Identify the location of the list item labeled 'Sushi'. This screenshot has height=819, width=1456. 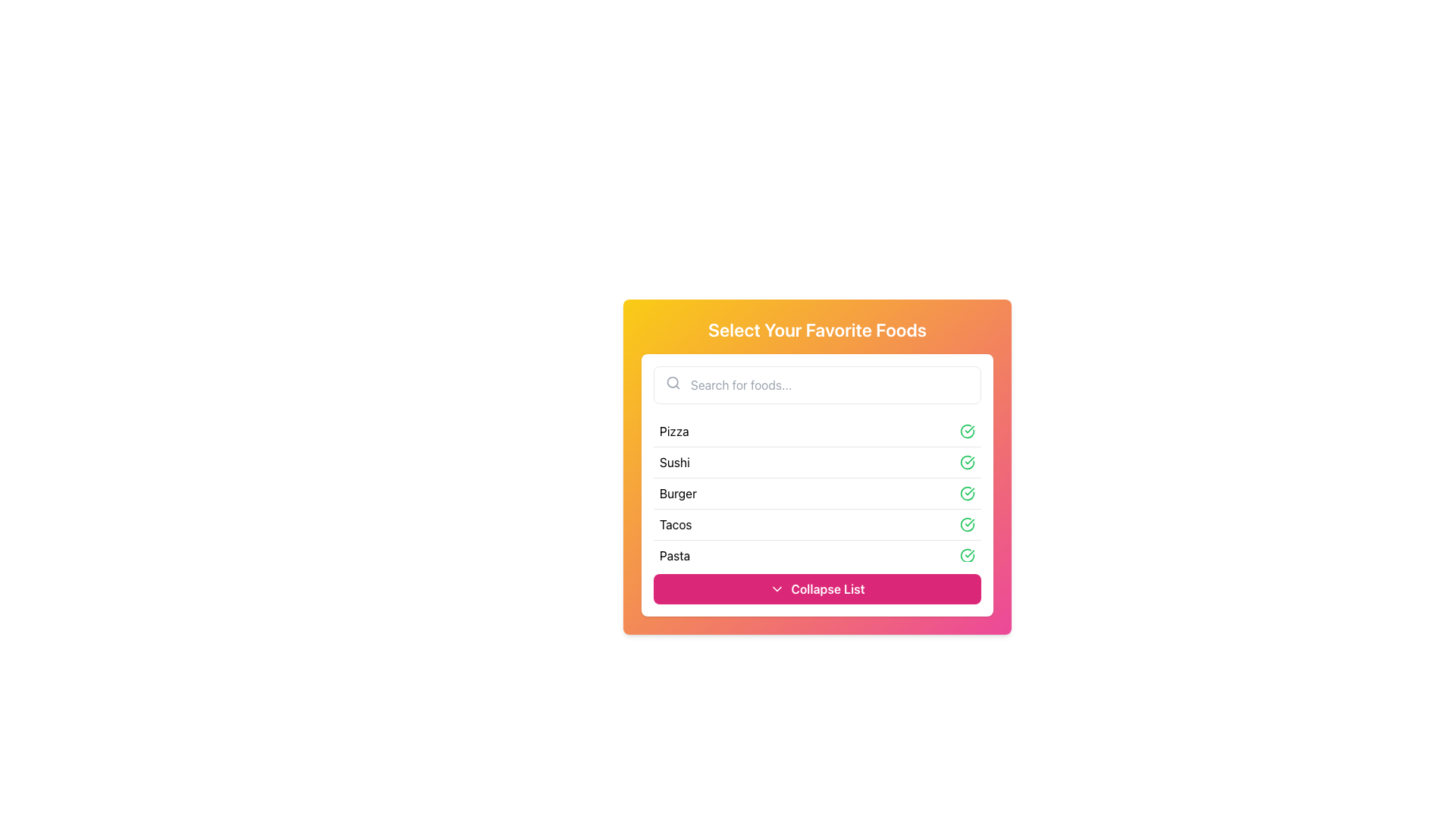
(817, 462).